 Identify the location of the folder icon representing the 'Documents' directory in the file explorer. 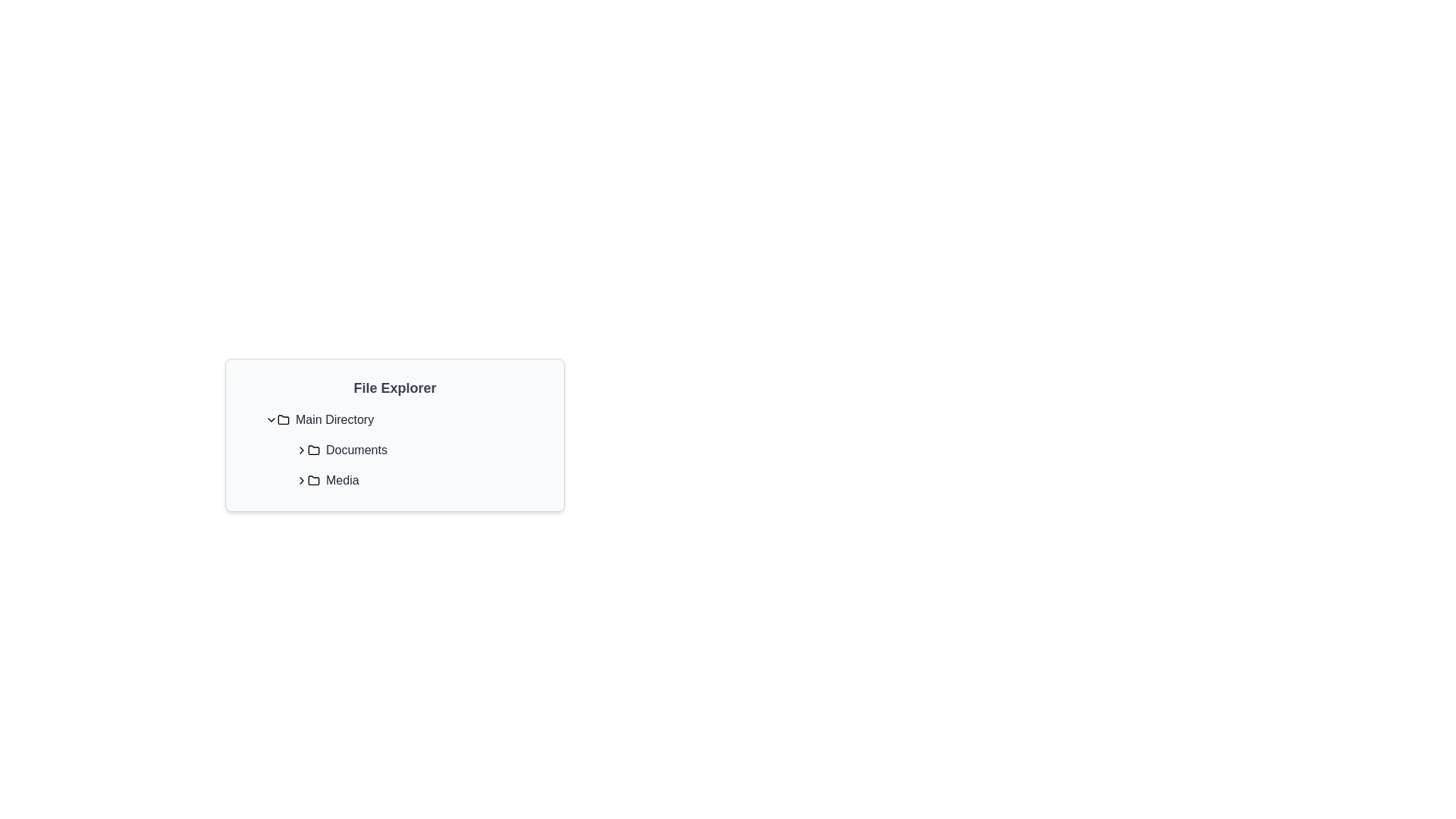
(312, 450).